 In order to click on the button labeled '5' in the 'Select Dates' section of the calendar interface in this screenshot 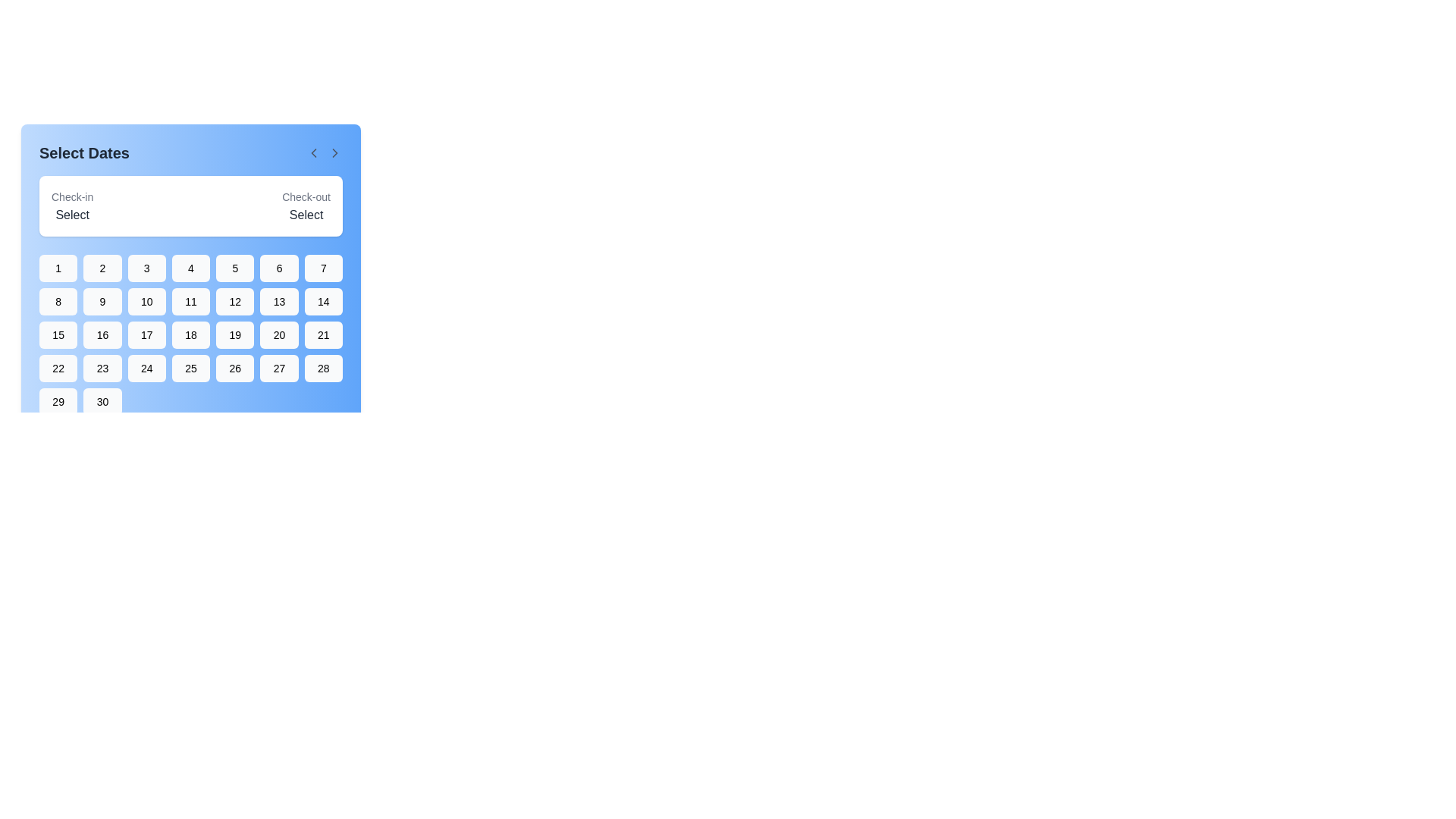, I will do `click(234, 268)`.